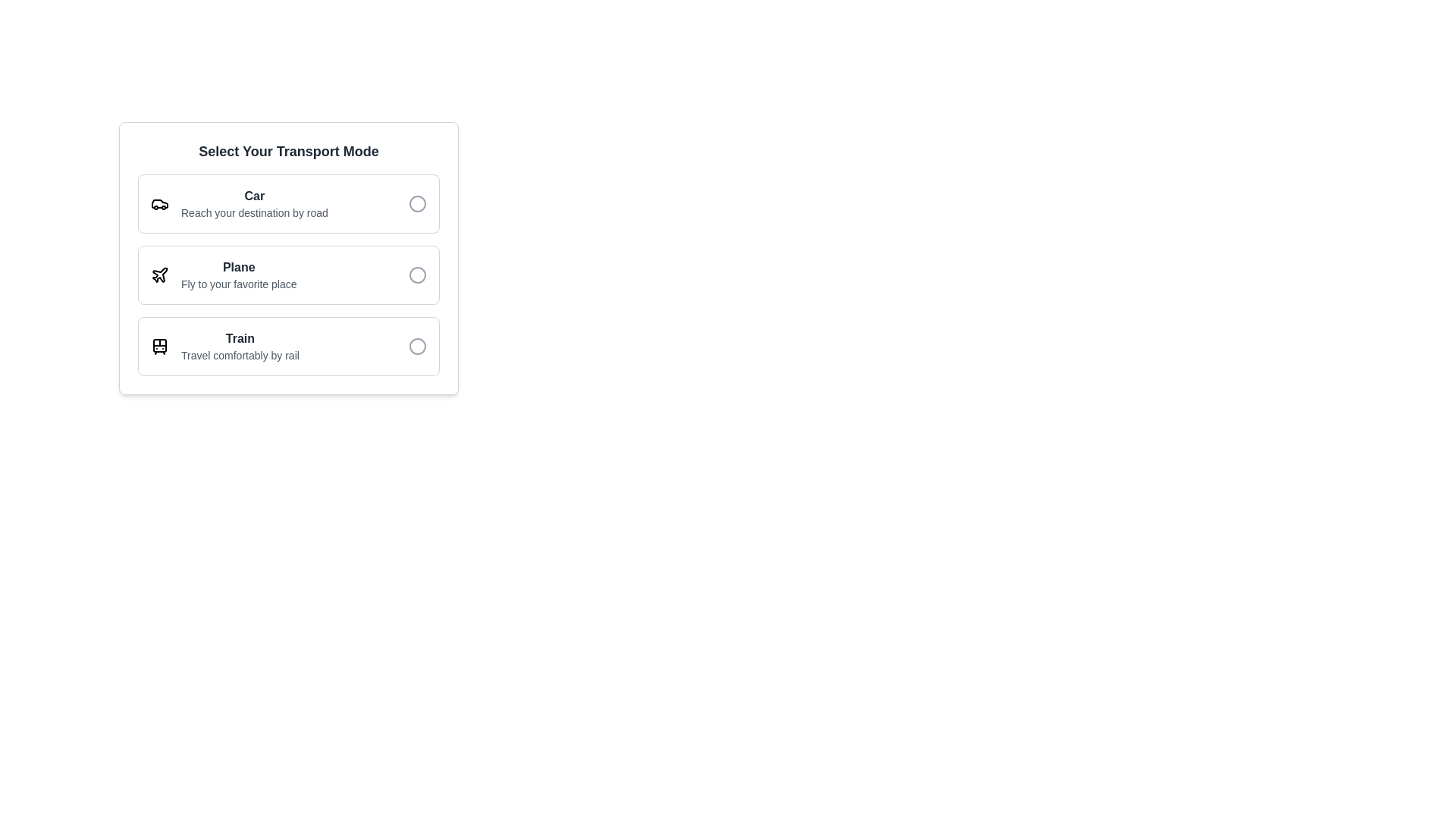 The width and height of the screenshot is (1456, 819). I want to click on the 'Plane' transport option icon located to the left of the text 'Plane' in the selection menu, so click(160, 275).